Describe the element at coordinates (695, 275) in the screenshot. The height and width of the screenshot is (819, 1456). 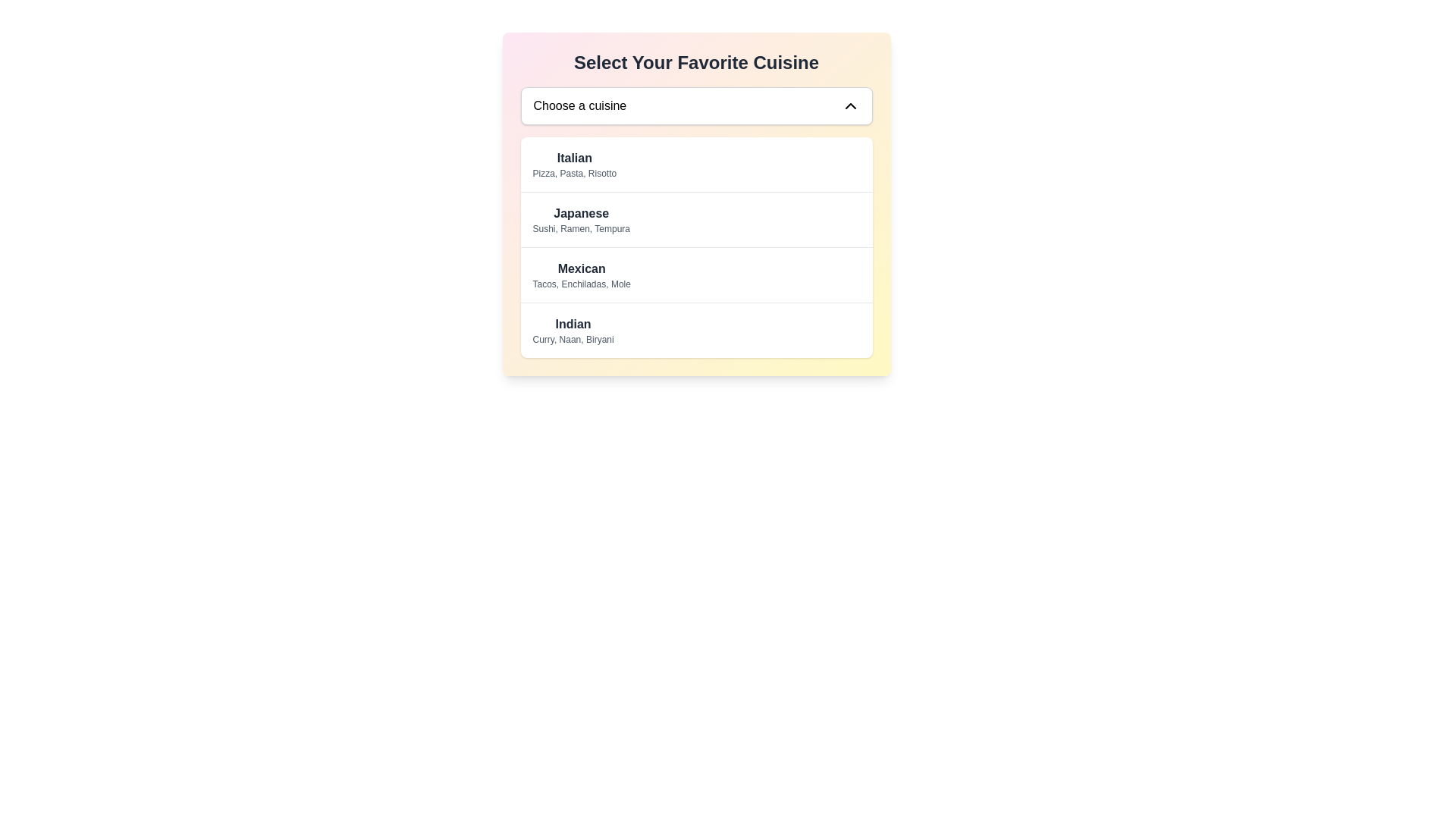
I see `the 'Mexican' option in the dropdown menu titled 'Select Your Favorite Cuisine'` at that location.